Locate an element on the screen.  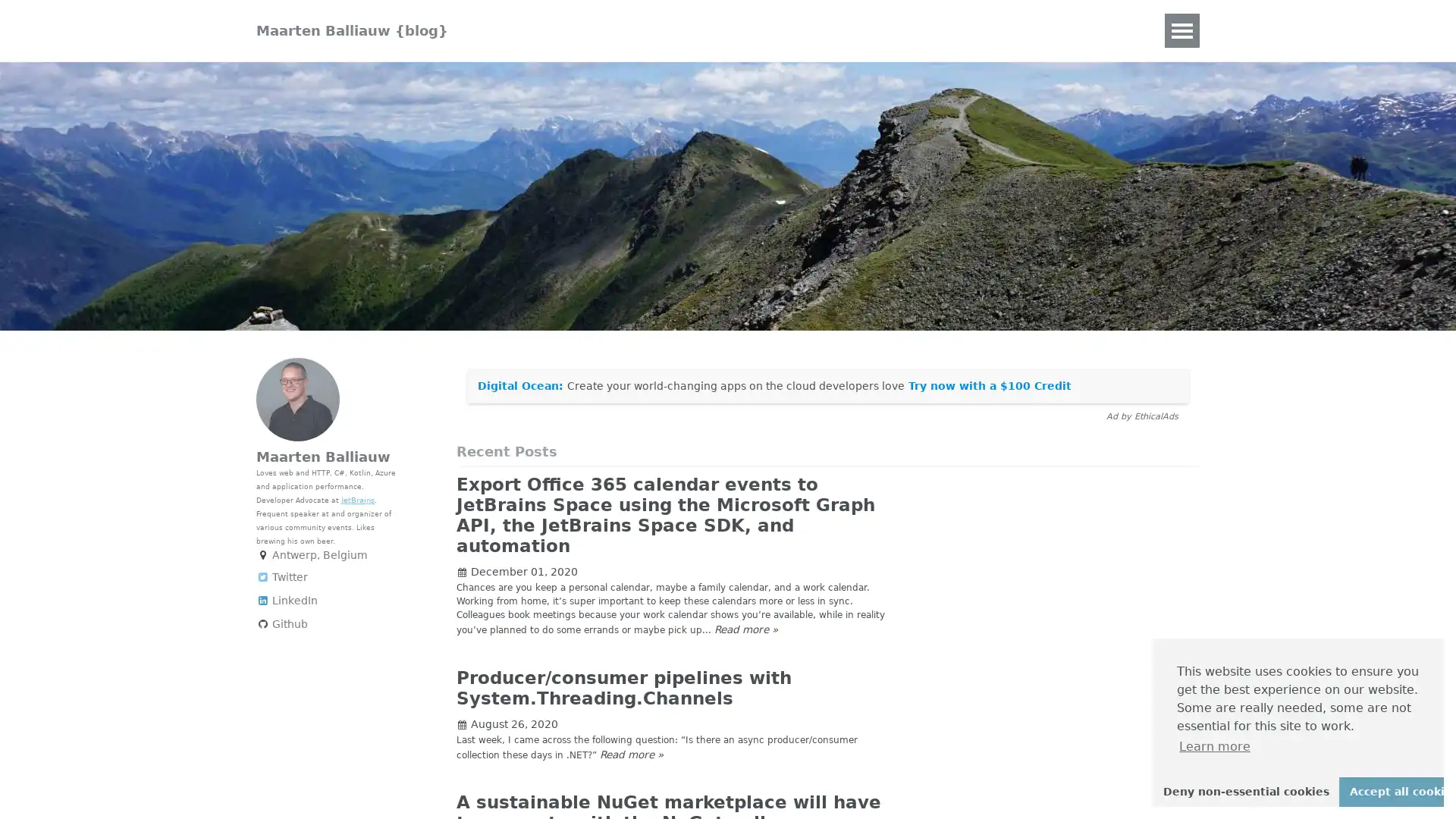
learn more about cookies is located at coordinates (1215, 745).